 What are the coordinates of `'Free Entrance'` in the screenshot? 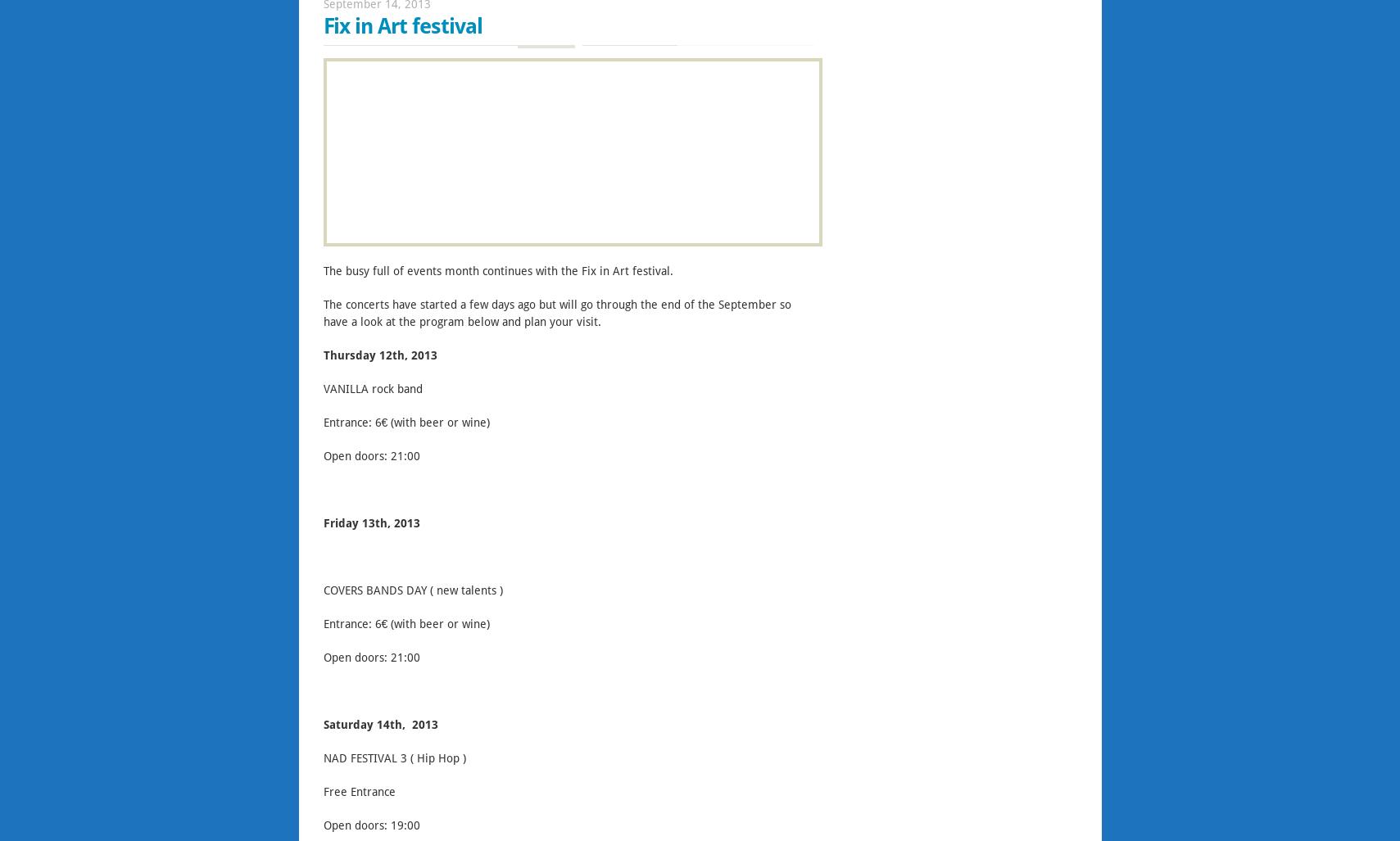 It's located at (358, 793).